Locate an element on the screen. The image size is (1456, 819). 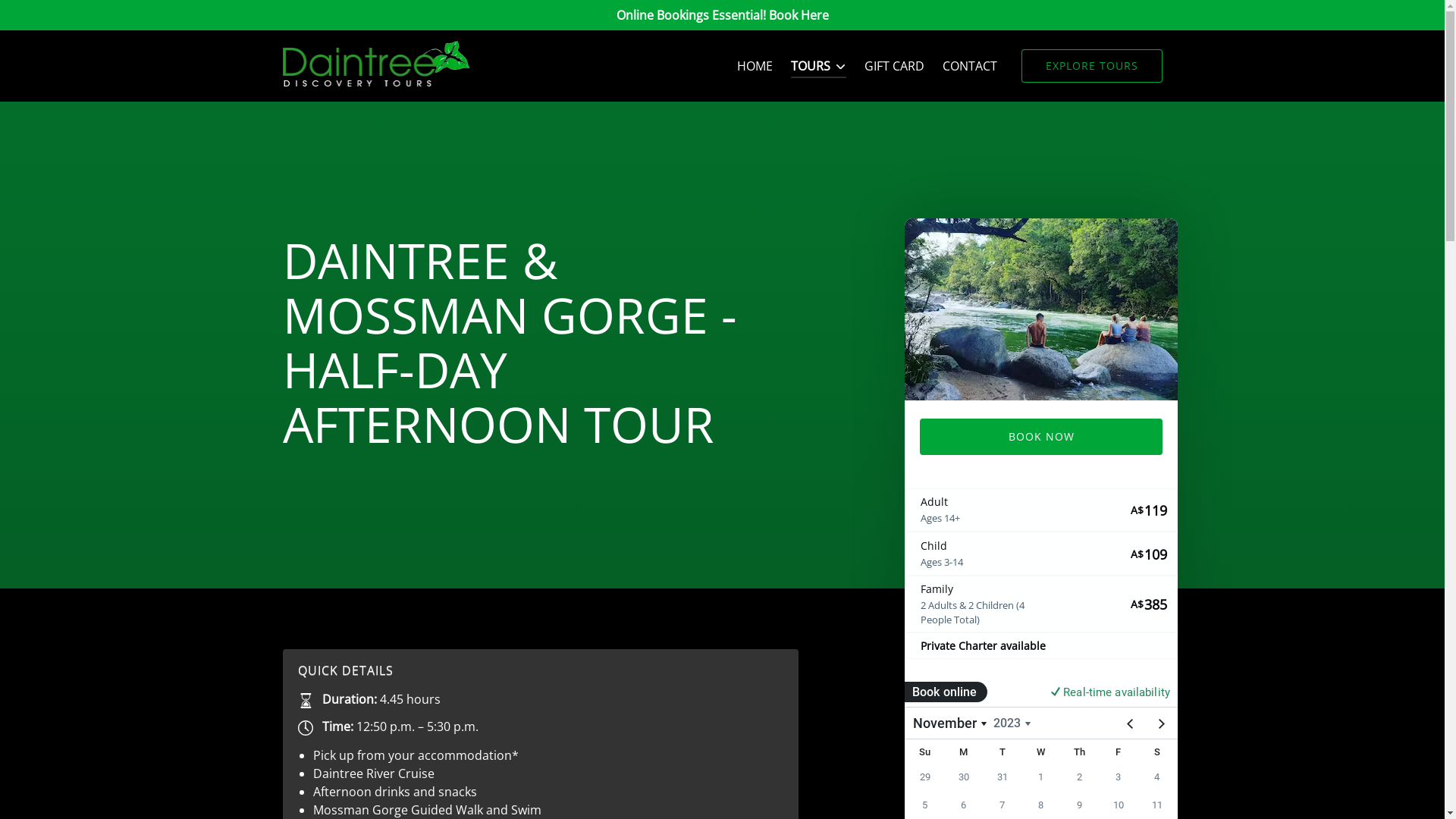
'TOURS' is located at coordinates (782, 65).